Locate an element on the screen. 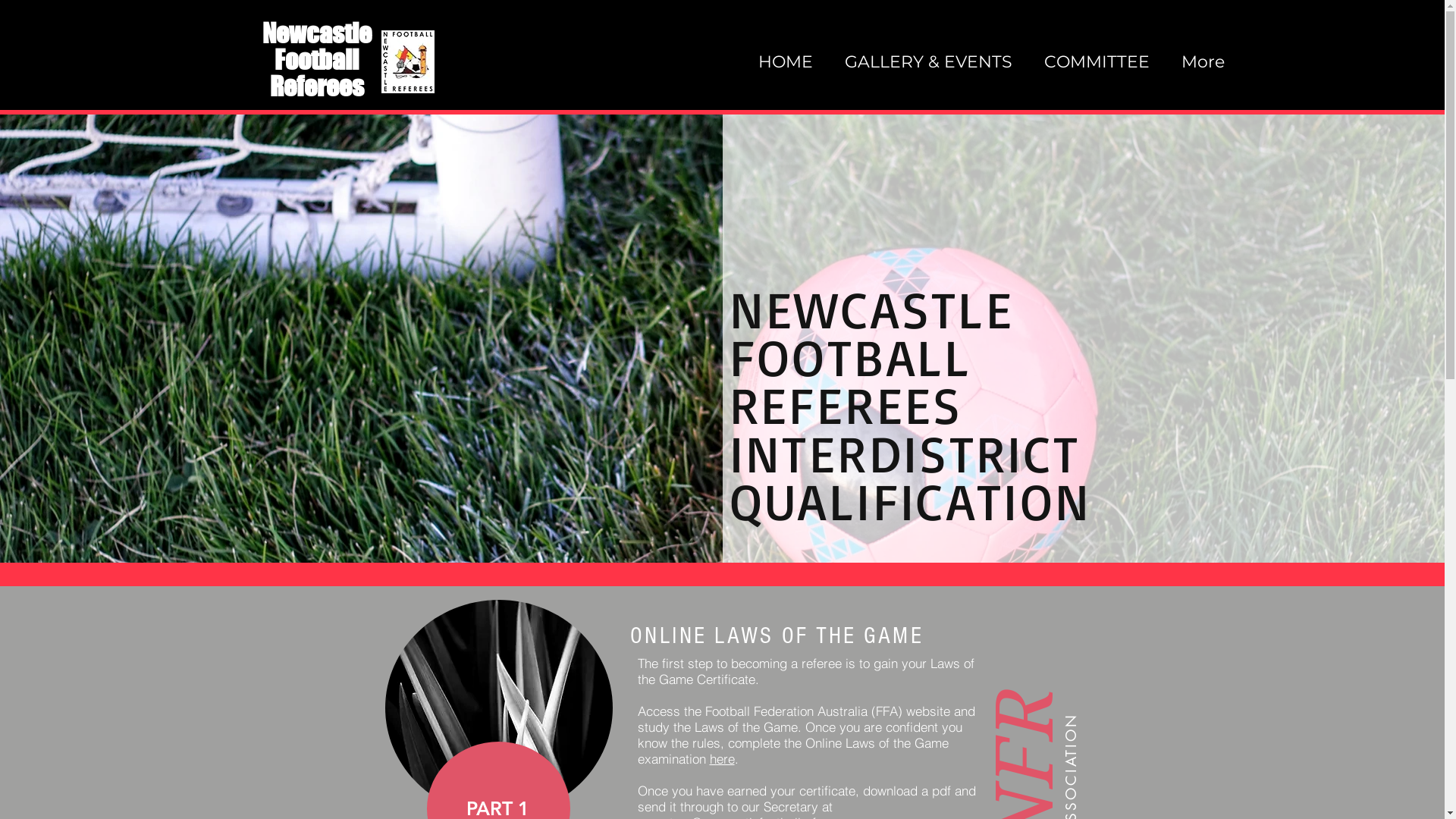  'HOME' is located at coordinates (789, 61).